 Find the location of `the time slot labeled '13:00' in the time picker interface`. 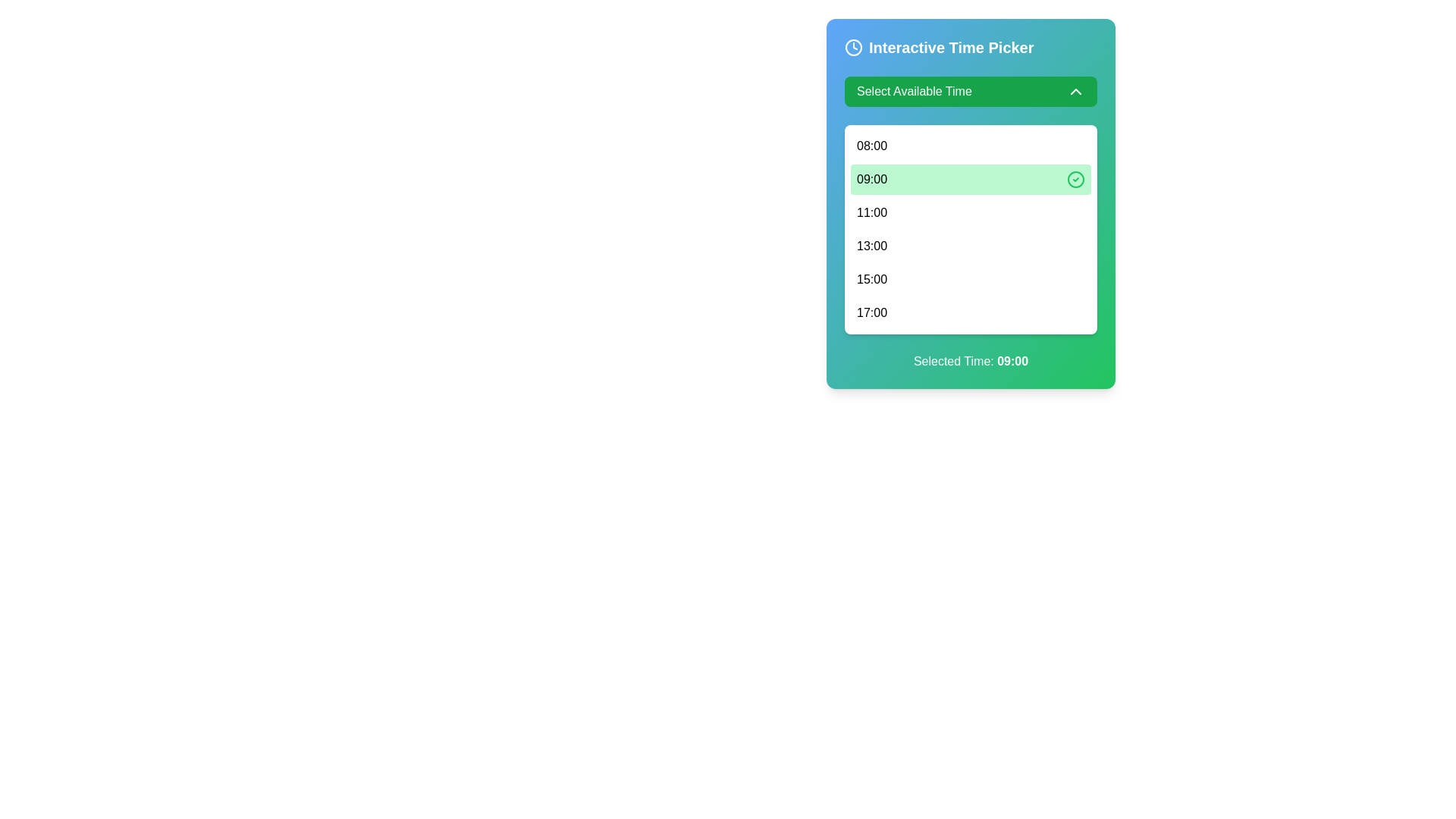

the time slot labeled '13:00' in the time picker interface is located at coordinates (971, 245).